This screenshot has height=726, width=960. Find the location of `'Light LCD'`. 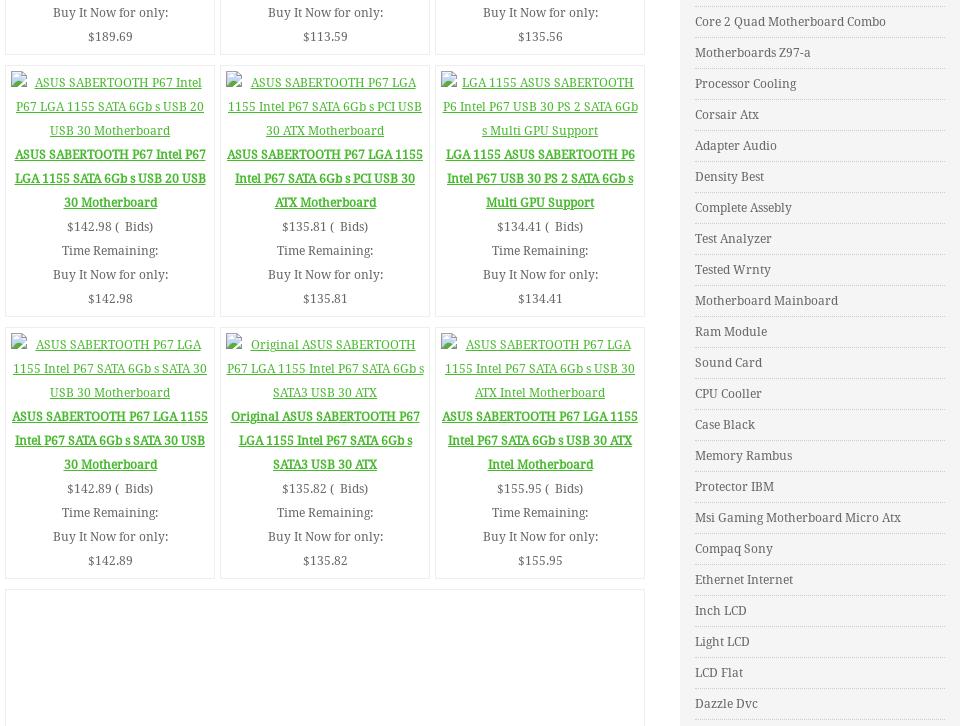

'Light LCD' is located at coordinates (695, 641).